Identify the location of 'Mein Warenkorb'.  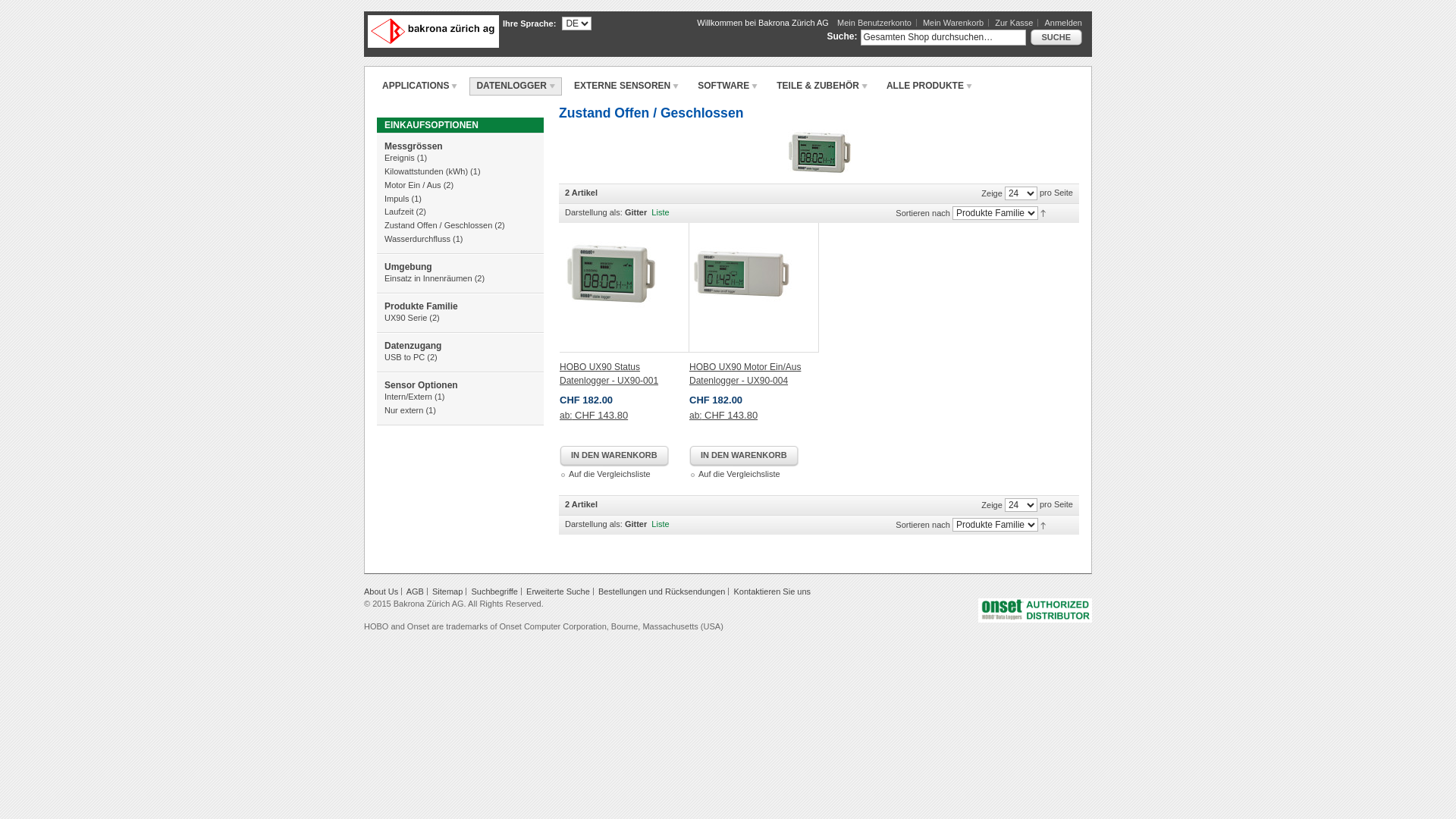
(955, 23).